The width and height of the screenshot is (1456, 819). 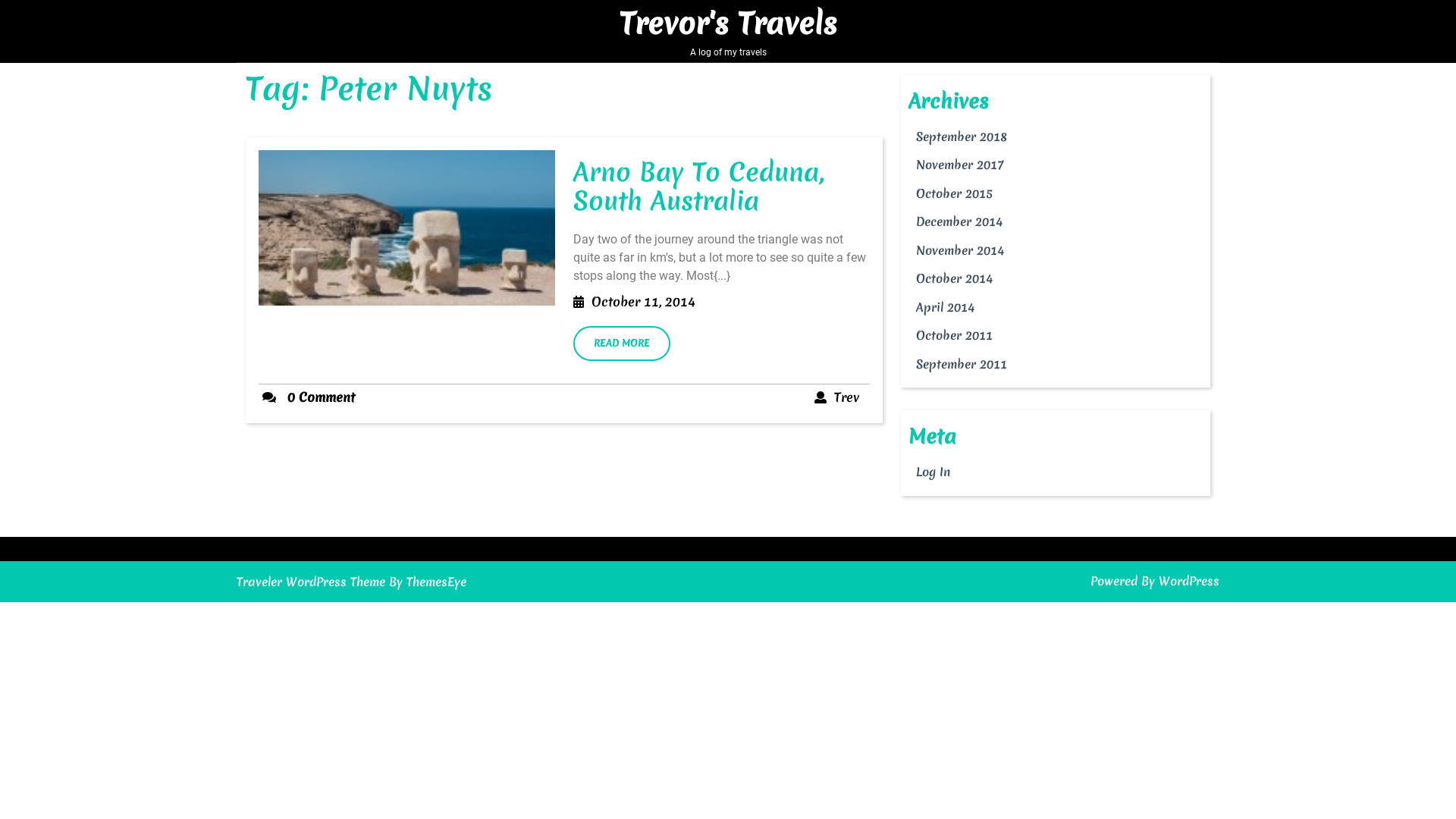 I want to click on 'December 2014', so click(x=959, y=221).